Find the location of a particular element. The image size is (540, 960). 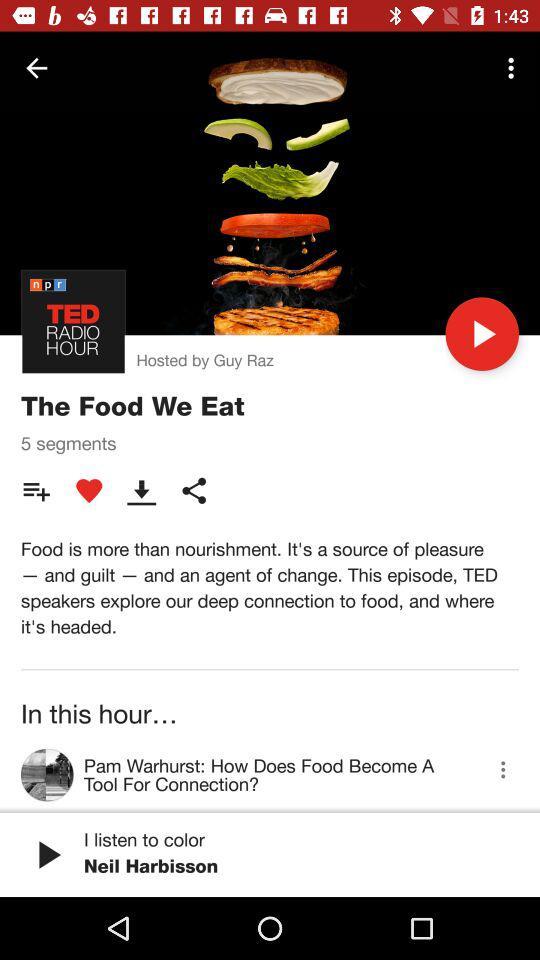

the icon to the right of hosted by guy is located at coordinates (481, 334).